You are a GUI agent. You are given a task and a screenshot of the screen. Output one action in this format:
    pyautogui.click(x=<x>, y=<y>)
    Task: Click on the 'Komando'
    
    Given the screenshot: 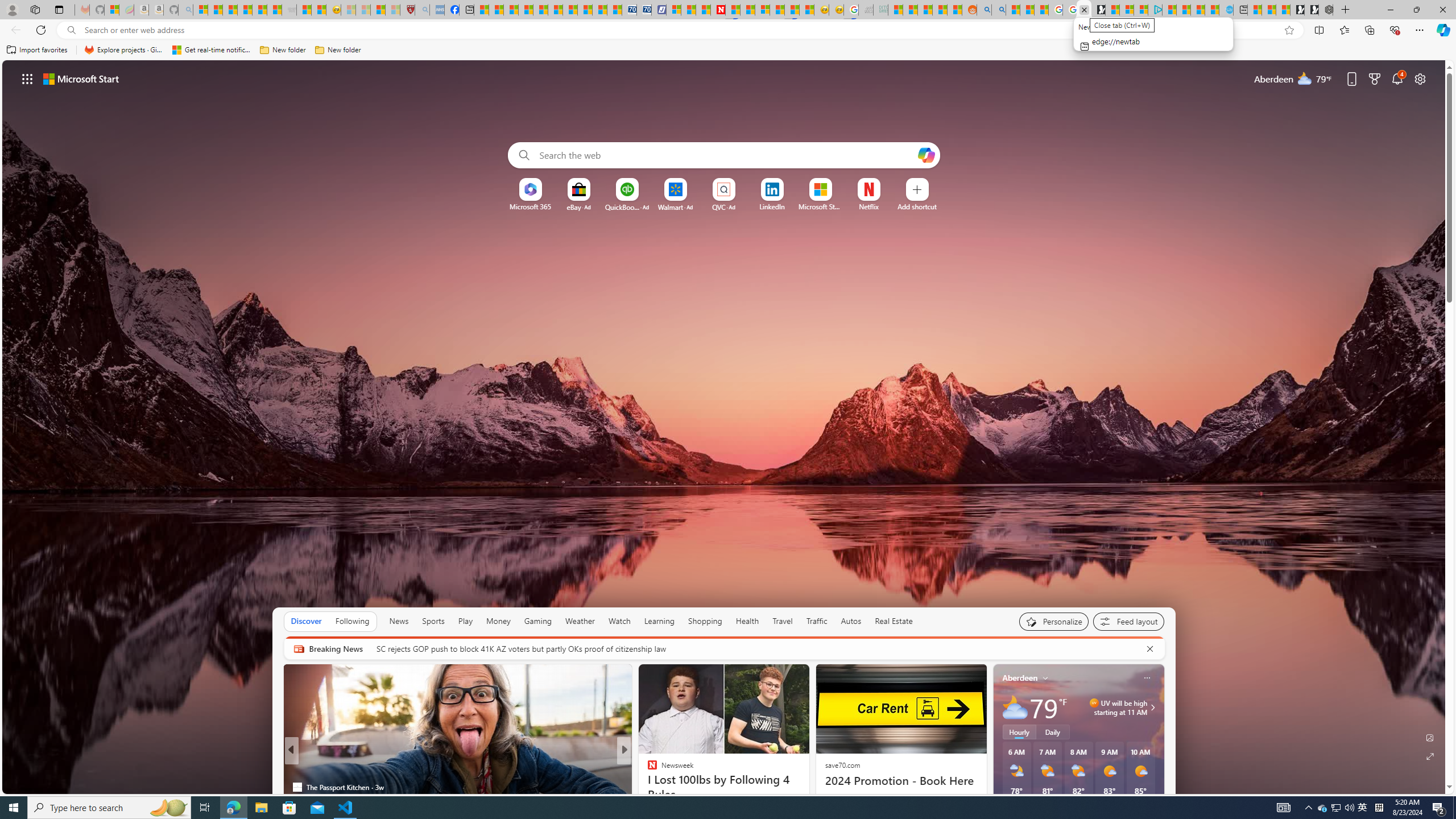 What is the action you would take?
    pyautogui.click(x=647, y=768)
    